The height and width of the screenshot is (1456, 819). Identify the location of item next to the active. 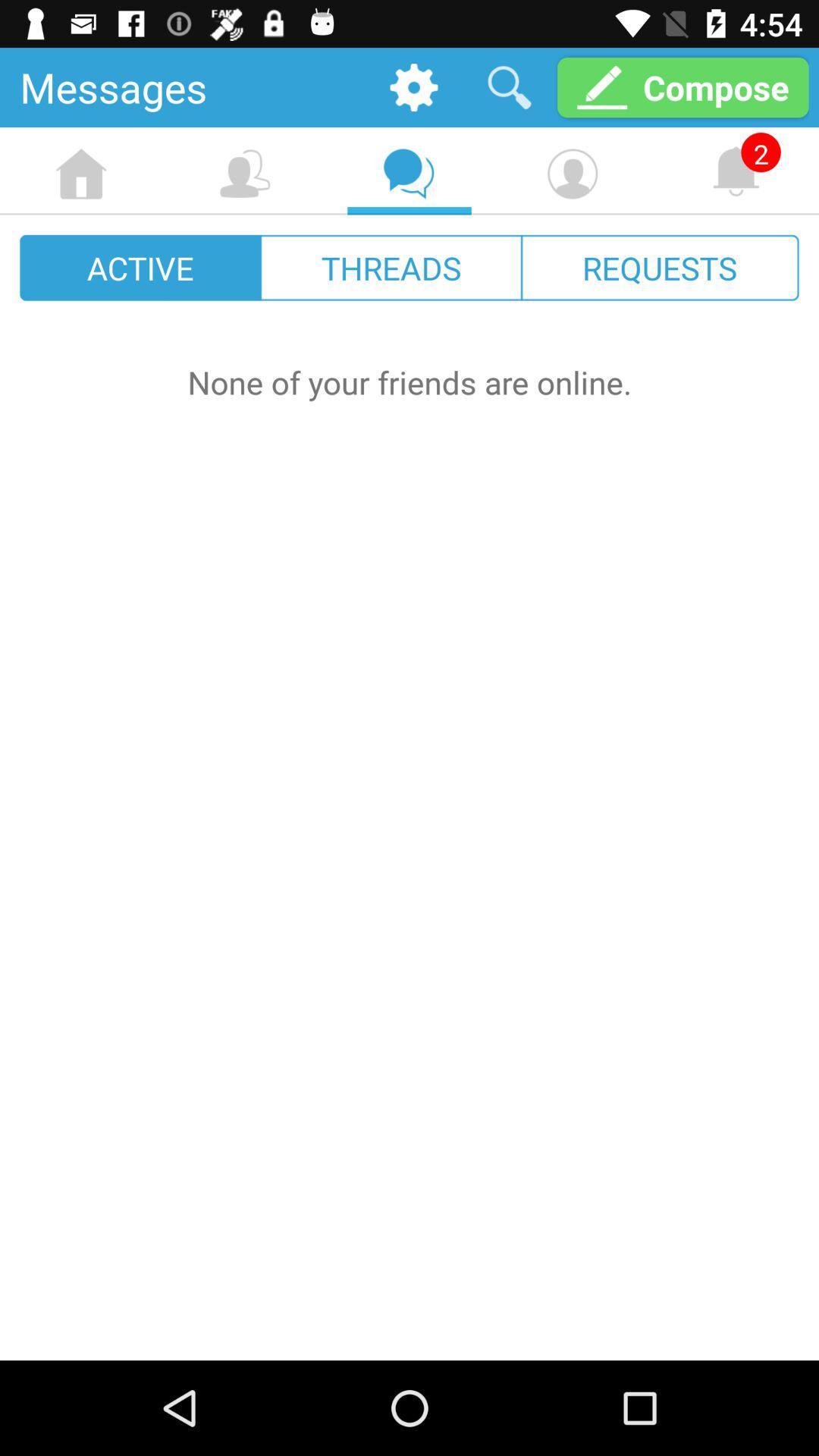
(391, 268).